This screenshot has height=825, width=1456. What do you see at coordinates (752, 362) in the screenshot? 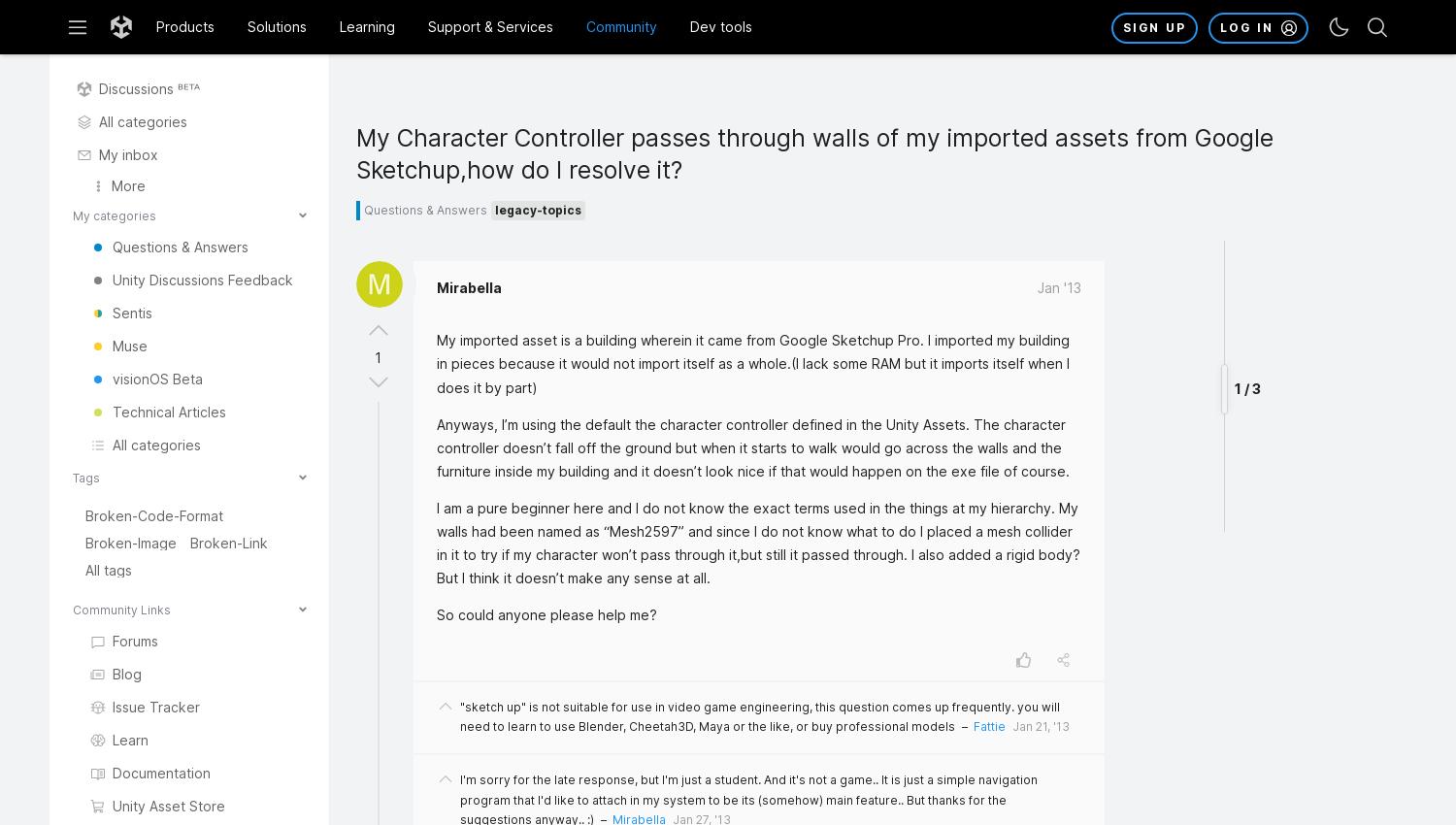
I see `'My imported asset is a building wherein it came from Google Sketchup Pro. I imported my building in pieces because it would not import itself as a whole.(I lack some RAM but it imports itself when I does it by part)'` at bounding box center [752, 362].